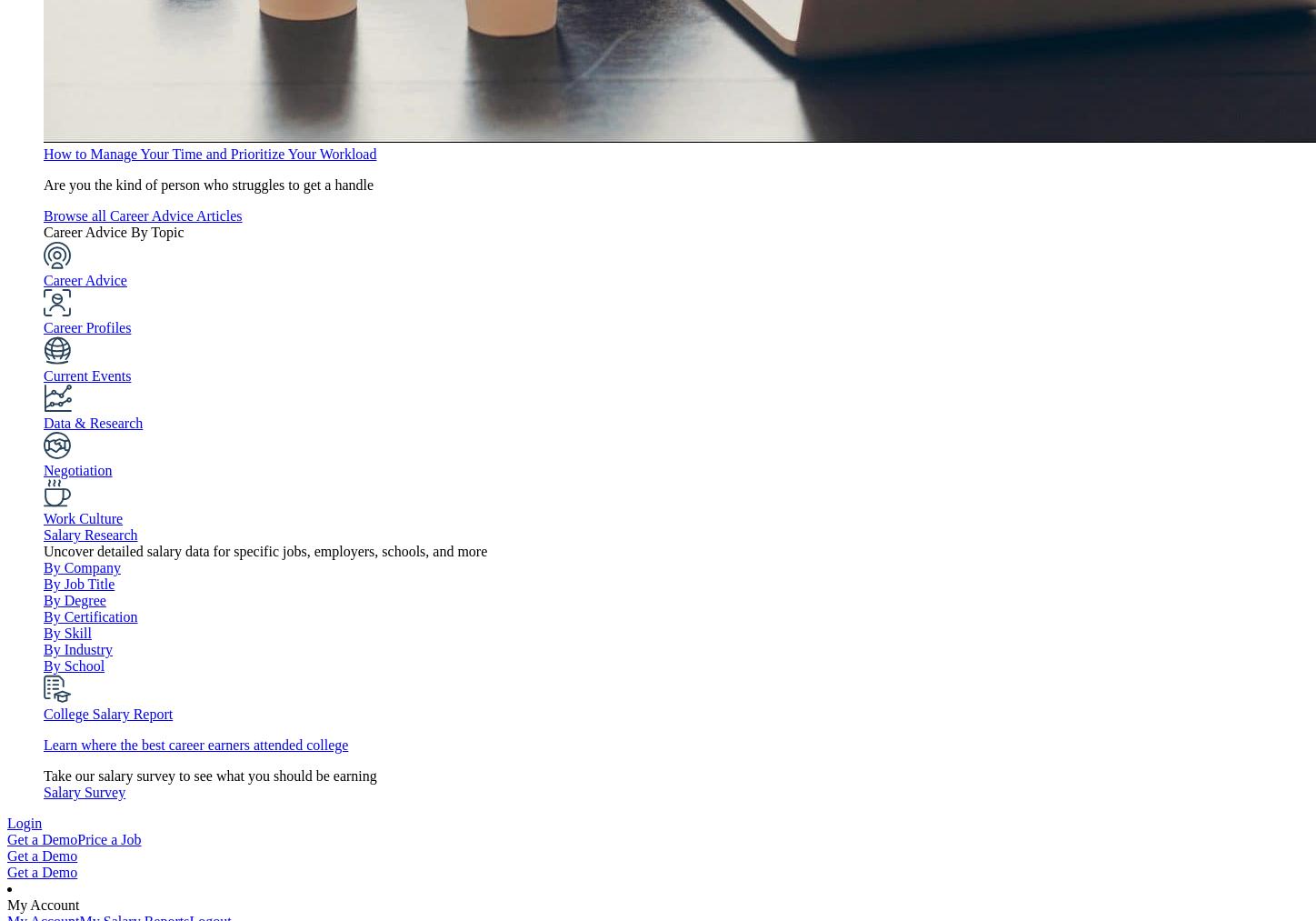  I want to click on 'Career Profiles', so click(86, 327).